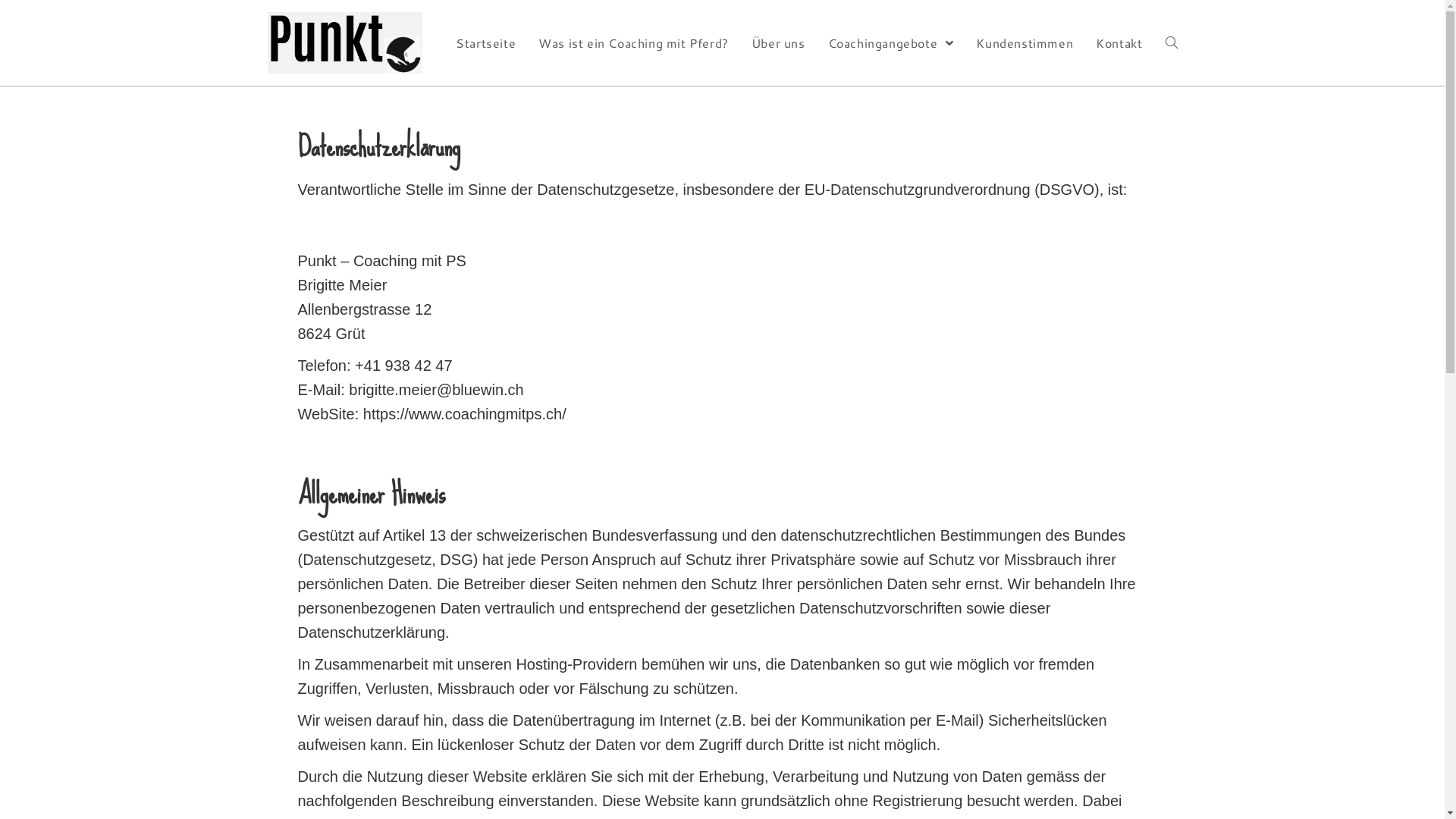  Describe the element at coordinates (1024, 42) in the screenshot. I see `'Kundenstimmen'` at that location.